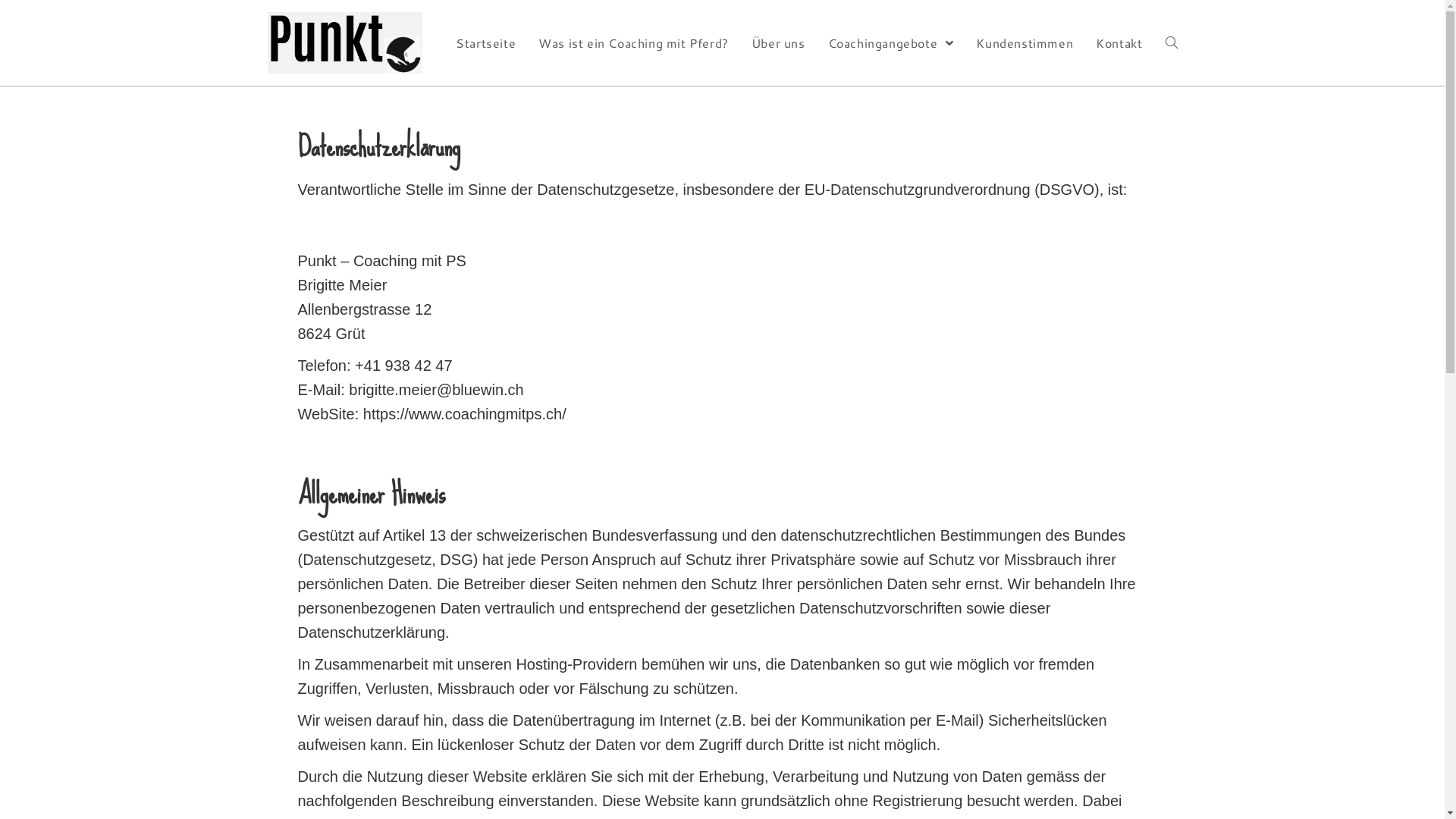  Describe the element at coordinates (1024, 42) in the screenshot. I see `'Kundenstimmen'` at that location.